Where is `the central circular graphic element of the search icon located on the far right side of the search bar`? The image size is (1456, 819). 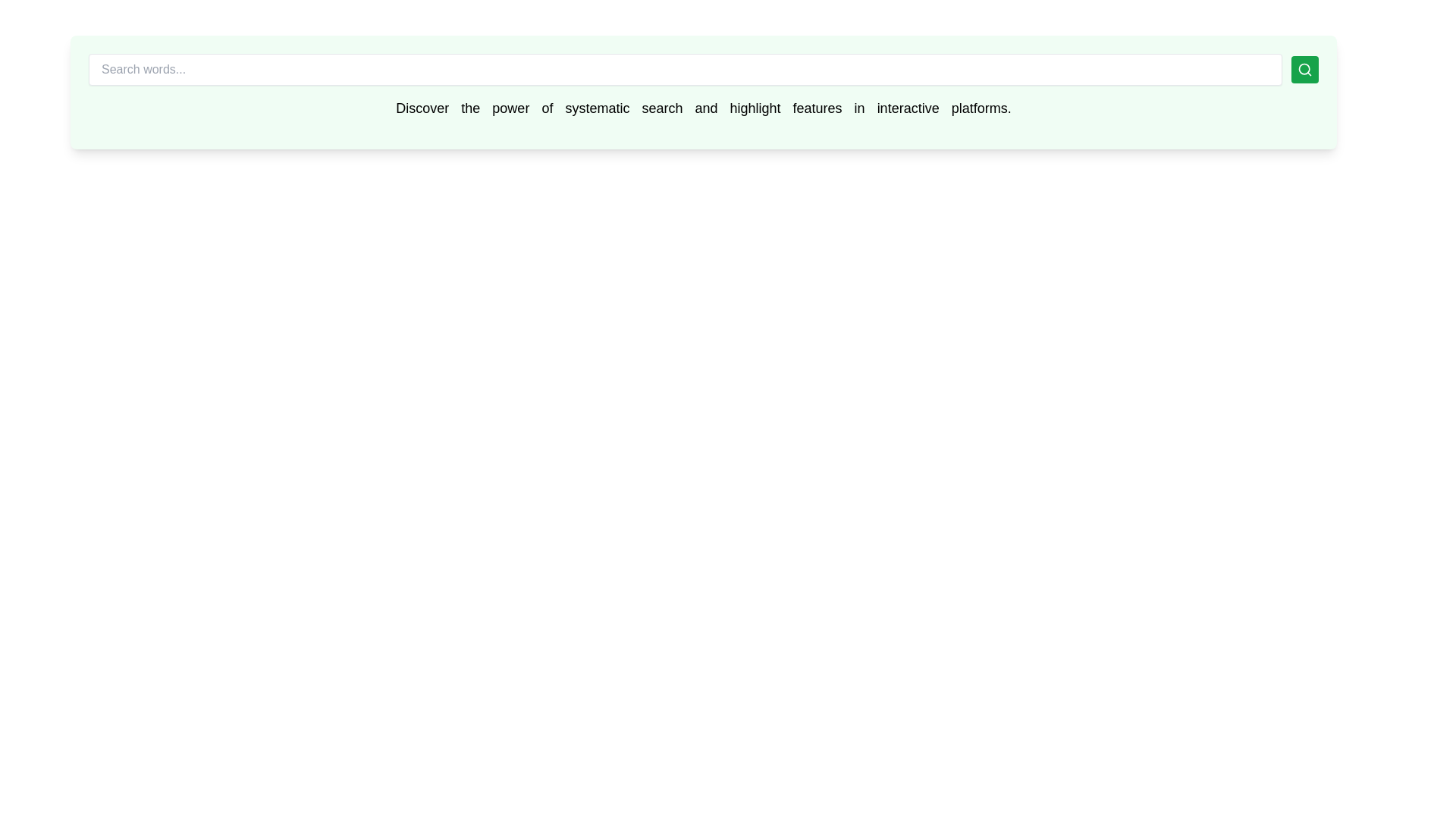 the central circular graphic element of the search icon located on the far right side of the search bar is located at coordinates (1304, 69).